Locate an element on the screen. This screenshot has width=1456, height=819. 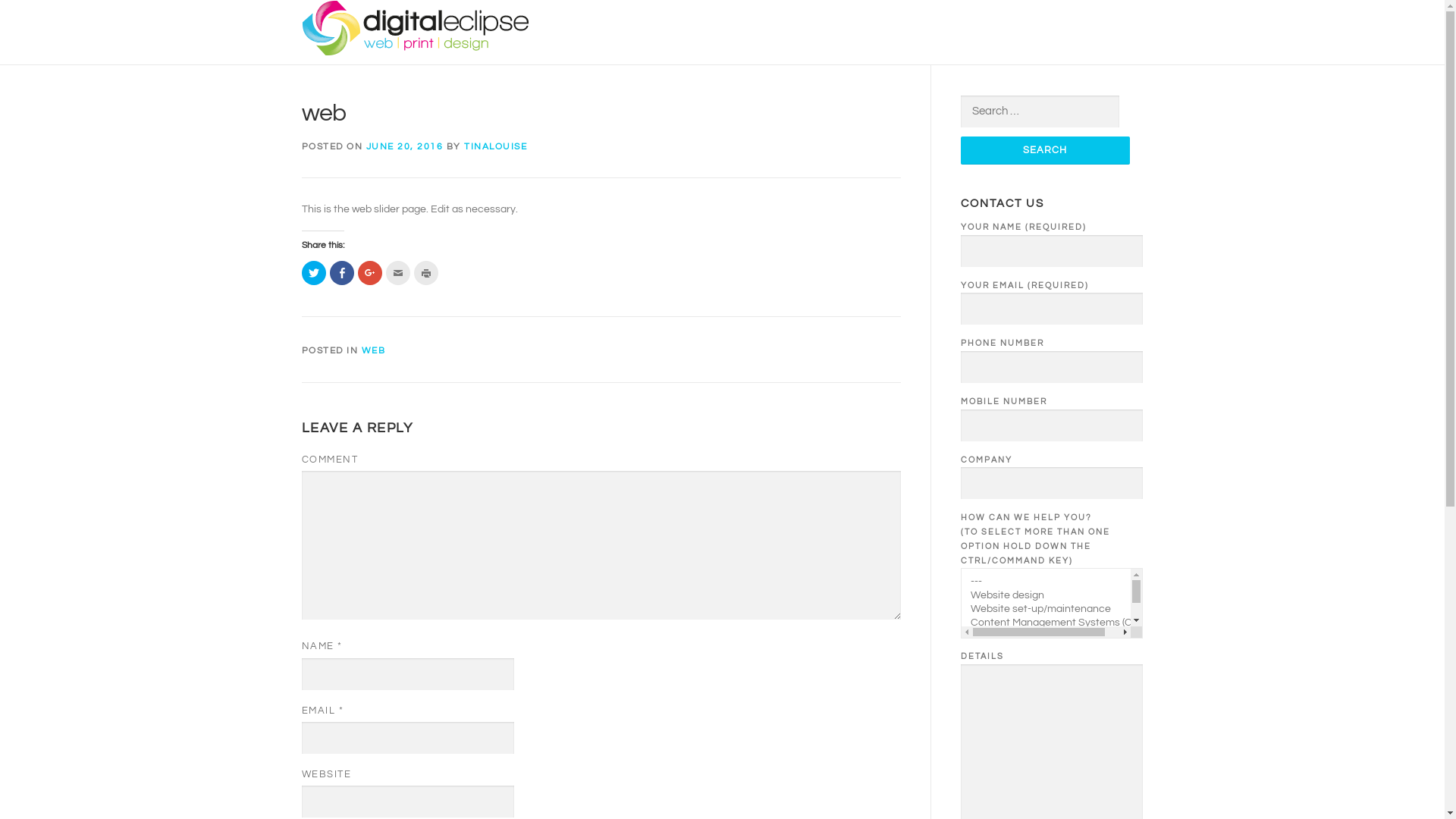
'Click to share on Facebook (Opens in new window)' is located at coordinates (340, 271).